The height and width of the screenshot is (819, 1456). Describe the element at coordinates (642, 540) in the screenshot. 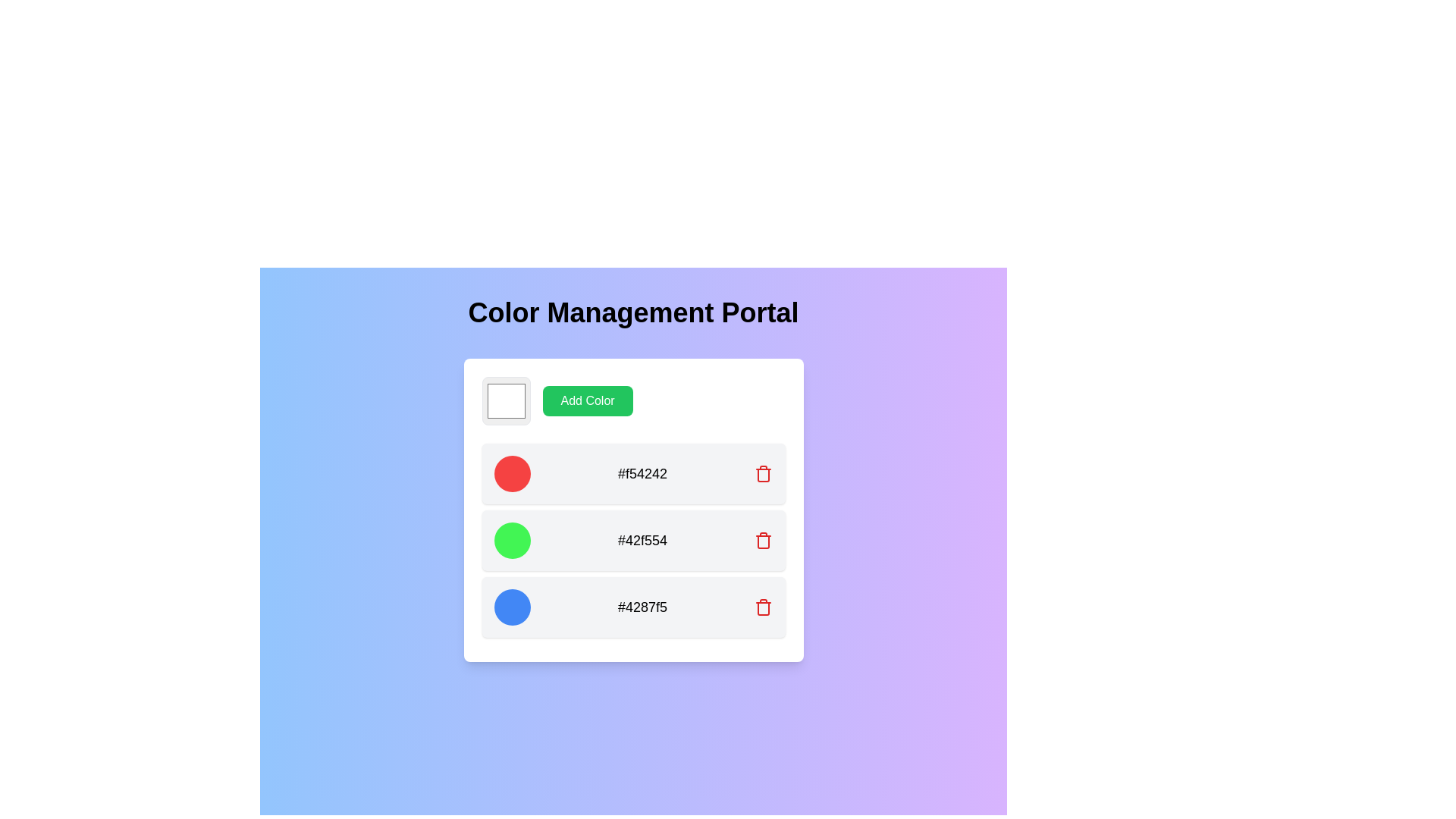

I see `the Text Label displaying the hexadecimal code of the green color in the second row of the 'Color Management Portal' table` at that location.